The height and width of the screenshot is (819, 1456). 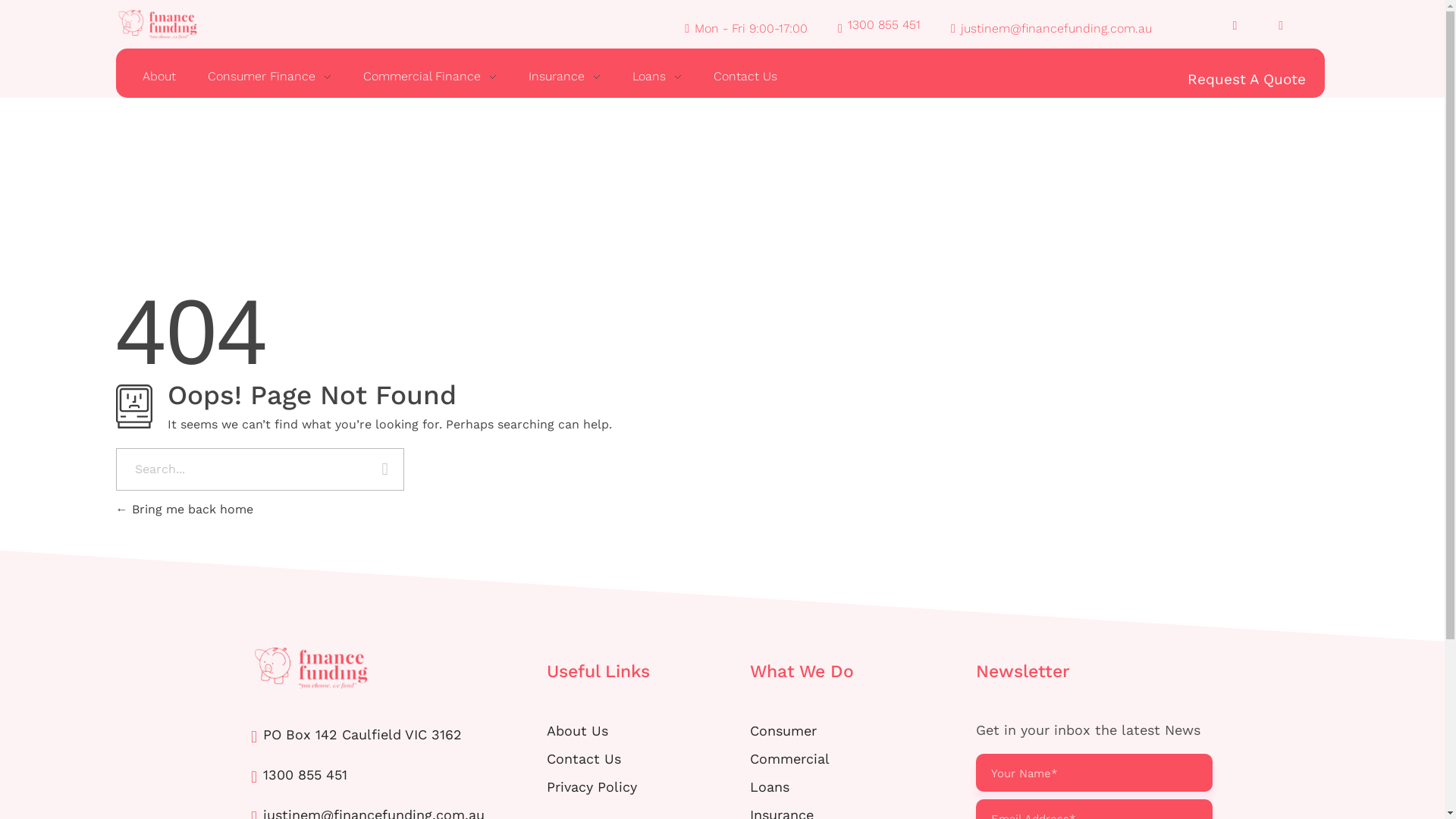 I want to click on 'About', so click(x=167, y=76).